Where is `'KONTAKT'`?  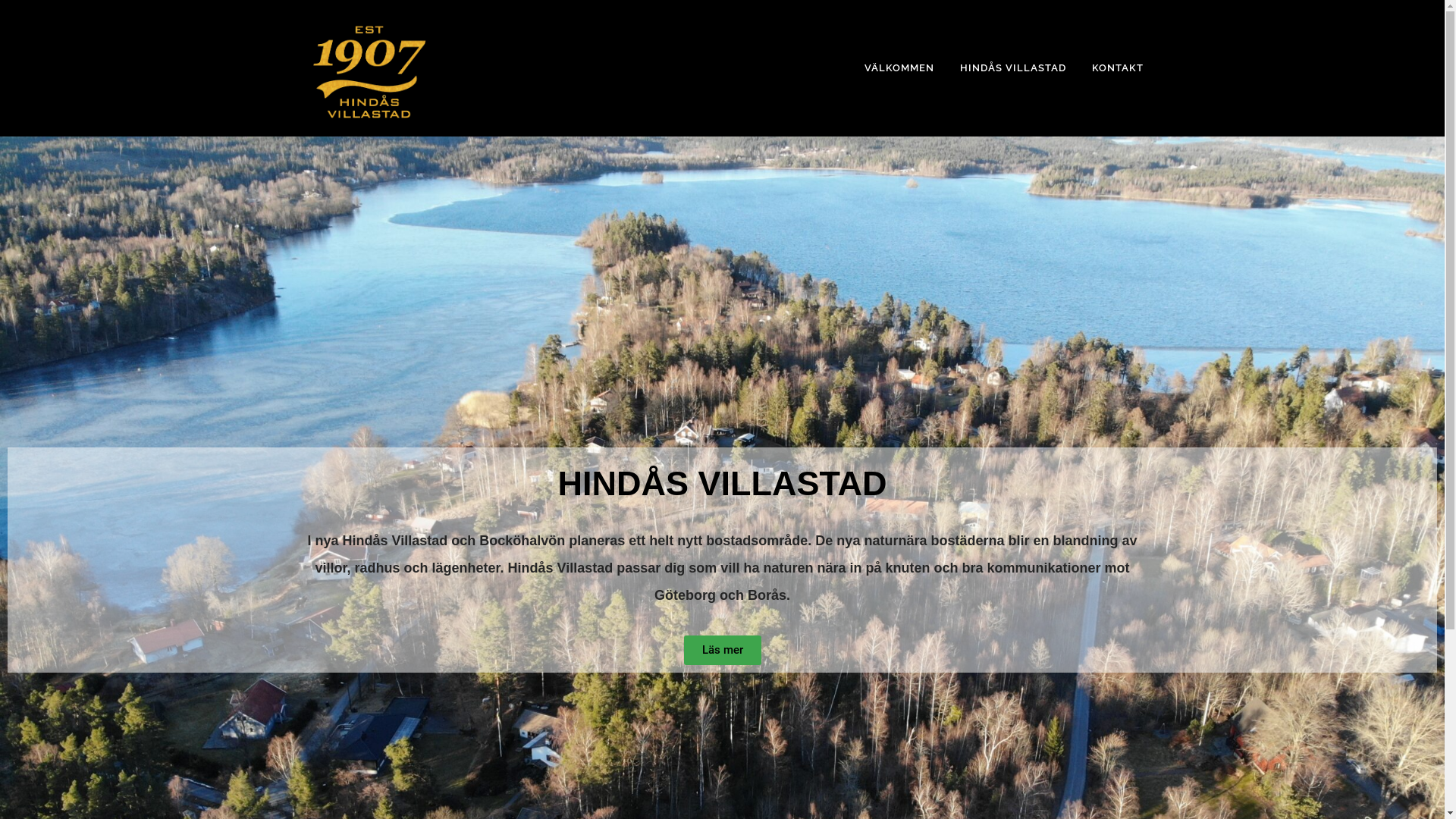 'KONTAKT' is located at coordinates (1077, 67).